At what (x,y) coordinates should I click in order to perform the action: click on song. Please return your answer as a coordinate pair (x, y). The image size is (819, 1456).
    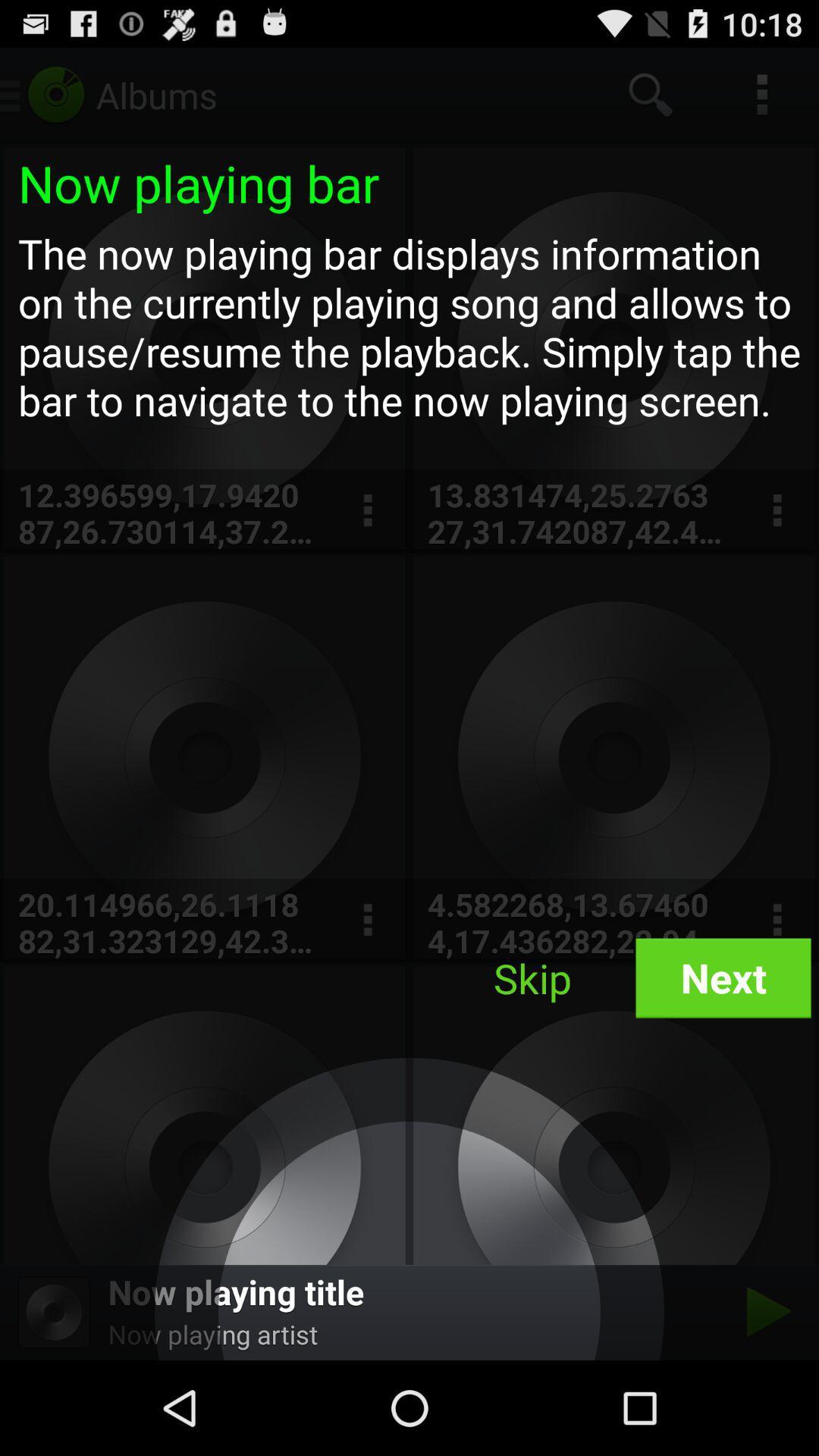
    Looking at the image, I should click on (764, 1311).